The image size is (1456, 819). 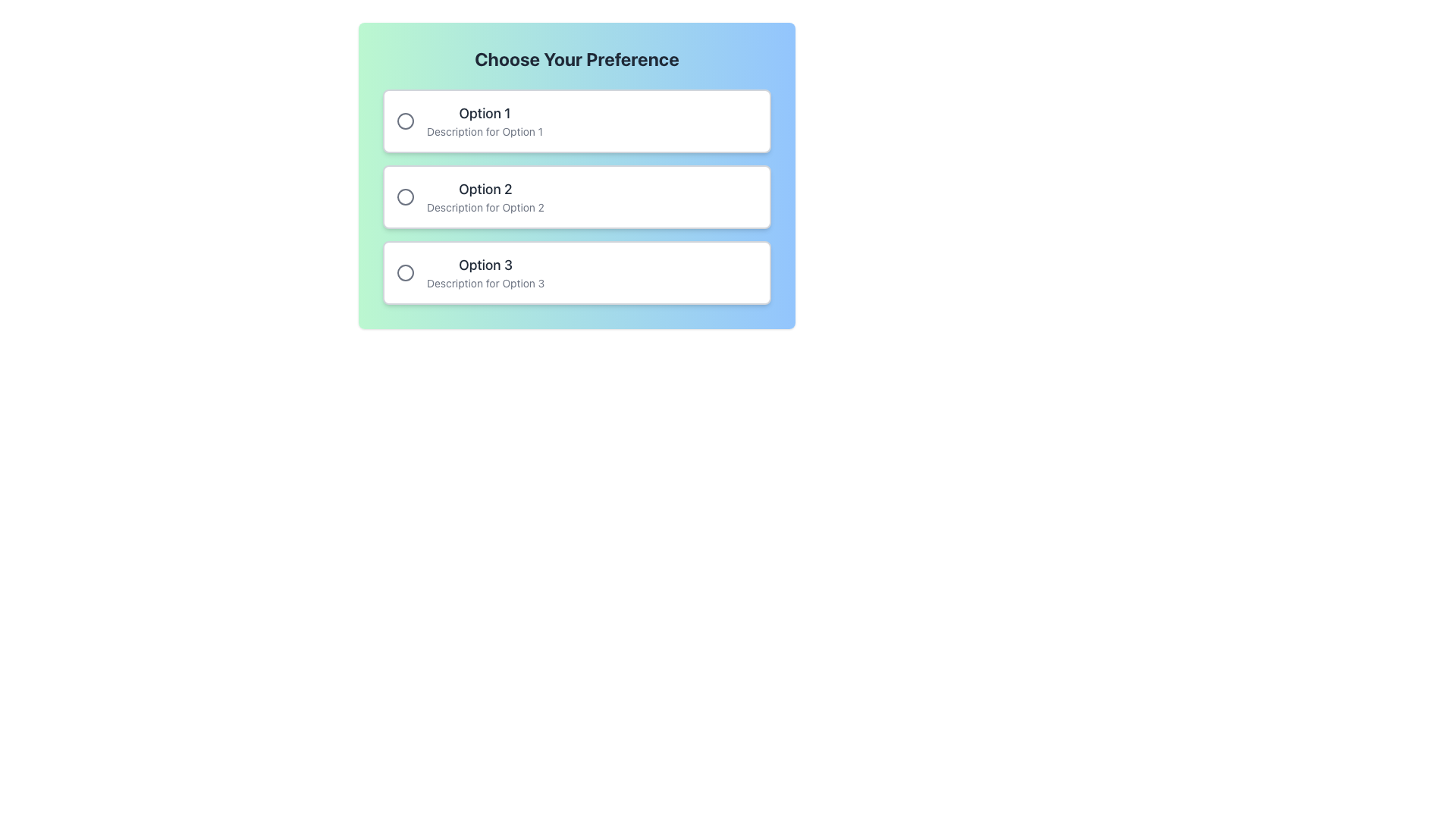 I want to click on the circular icon located within the second option of the 'Choose Your Preference' selection list, which is styled with a thin stroke and has a minimal design, so click(x=405, y=196).